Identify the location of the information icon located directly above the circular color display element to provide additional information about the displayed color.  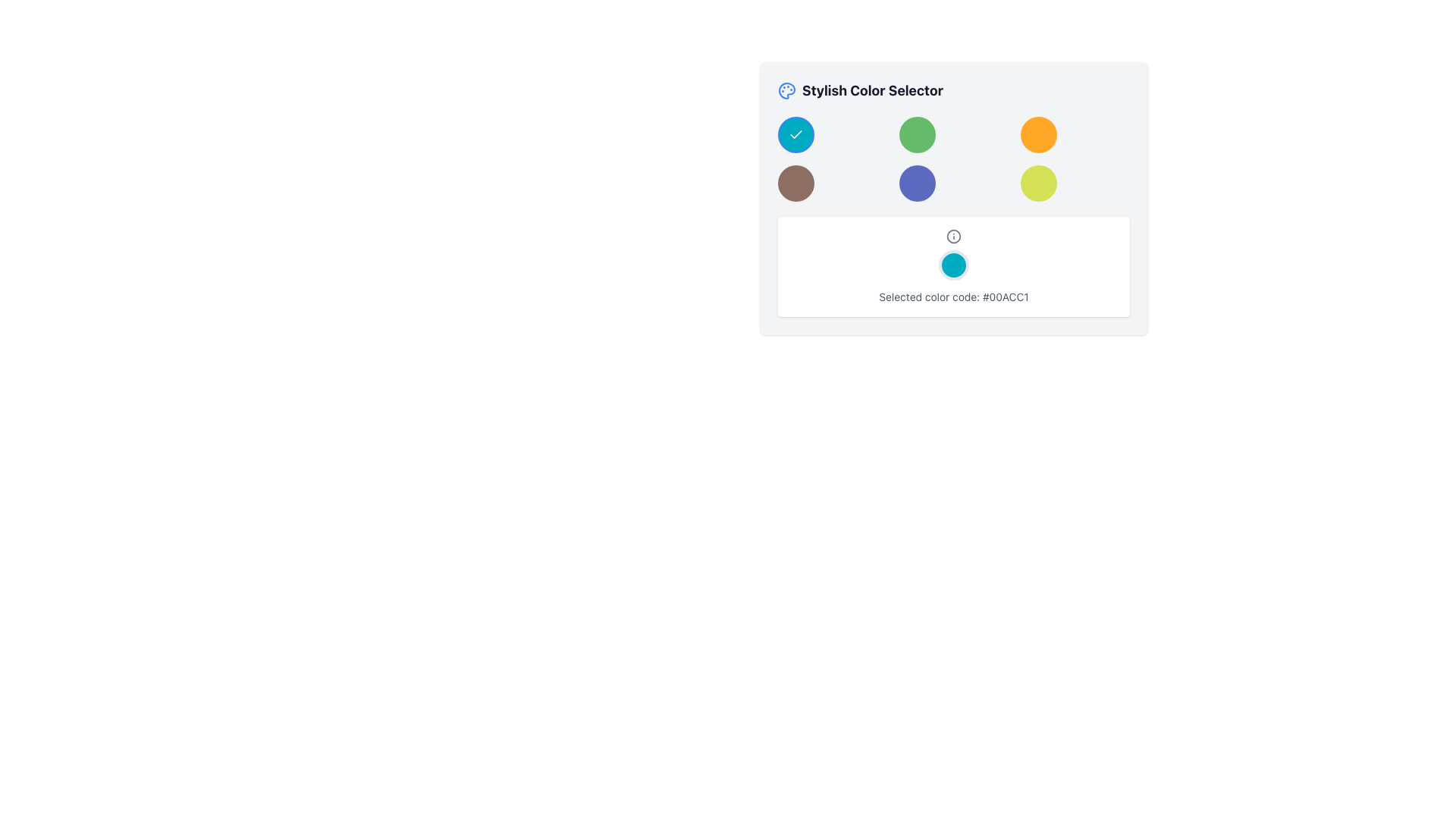
(952, 237).